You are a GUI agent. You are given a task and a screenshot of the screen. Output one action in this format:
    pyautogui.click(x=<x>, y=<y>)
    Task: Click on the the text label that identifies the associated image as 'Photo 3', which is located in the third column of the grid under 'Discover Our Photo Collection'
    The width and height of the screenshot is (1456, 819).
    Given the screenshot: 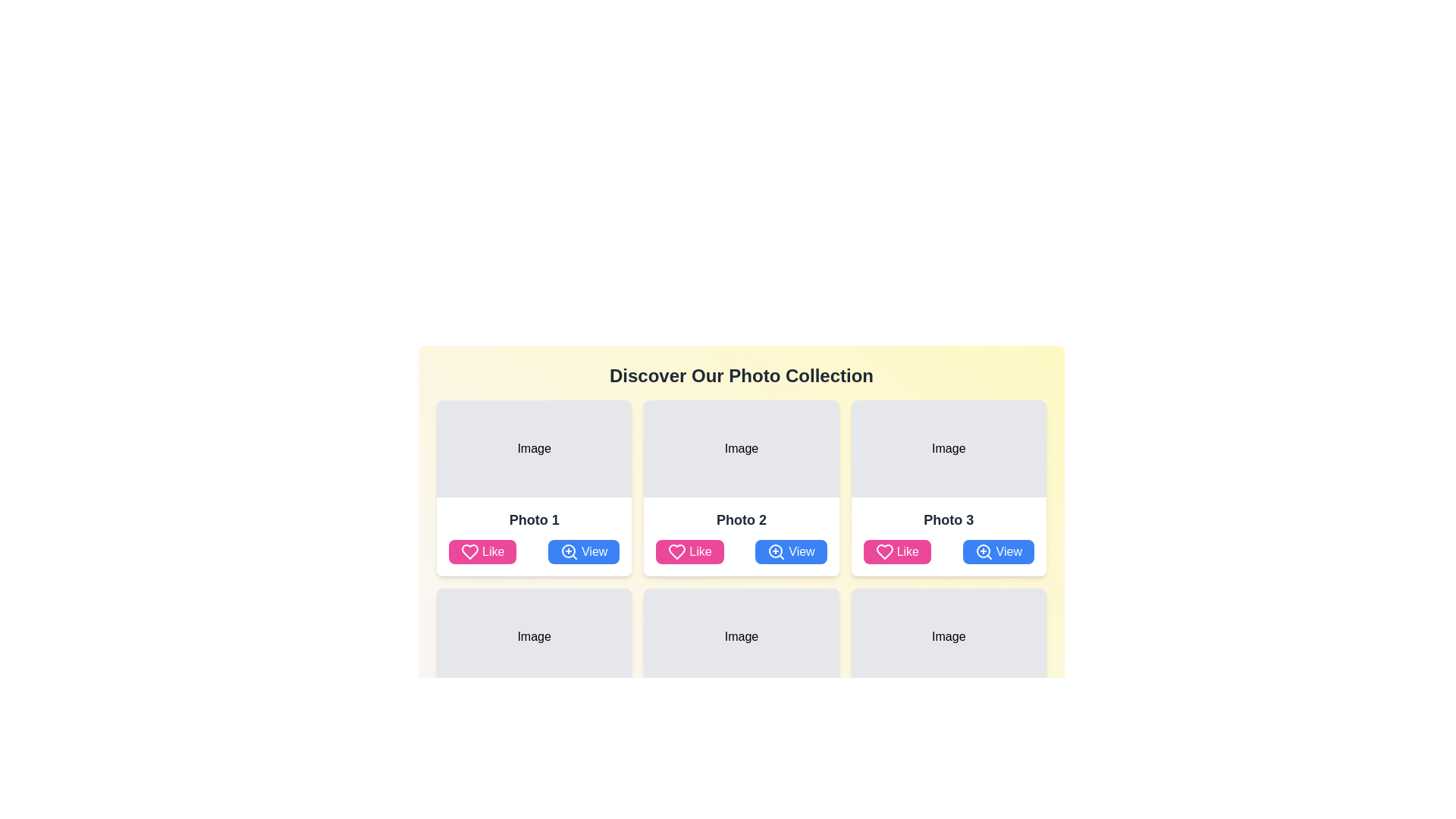 What is the action you would take?
    pyautogui.click(x=948, y=519)
    